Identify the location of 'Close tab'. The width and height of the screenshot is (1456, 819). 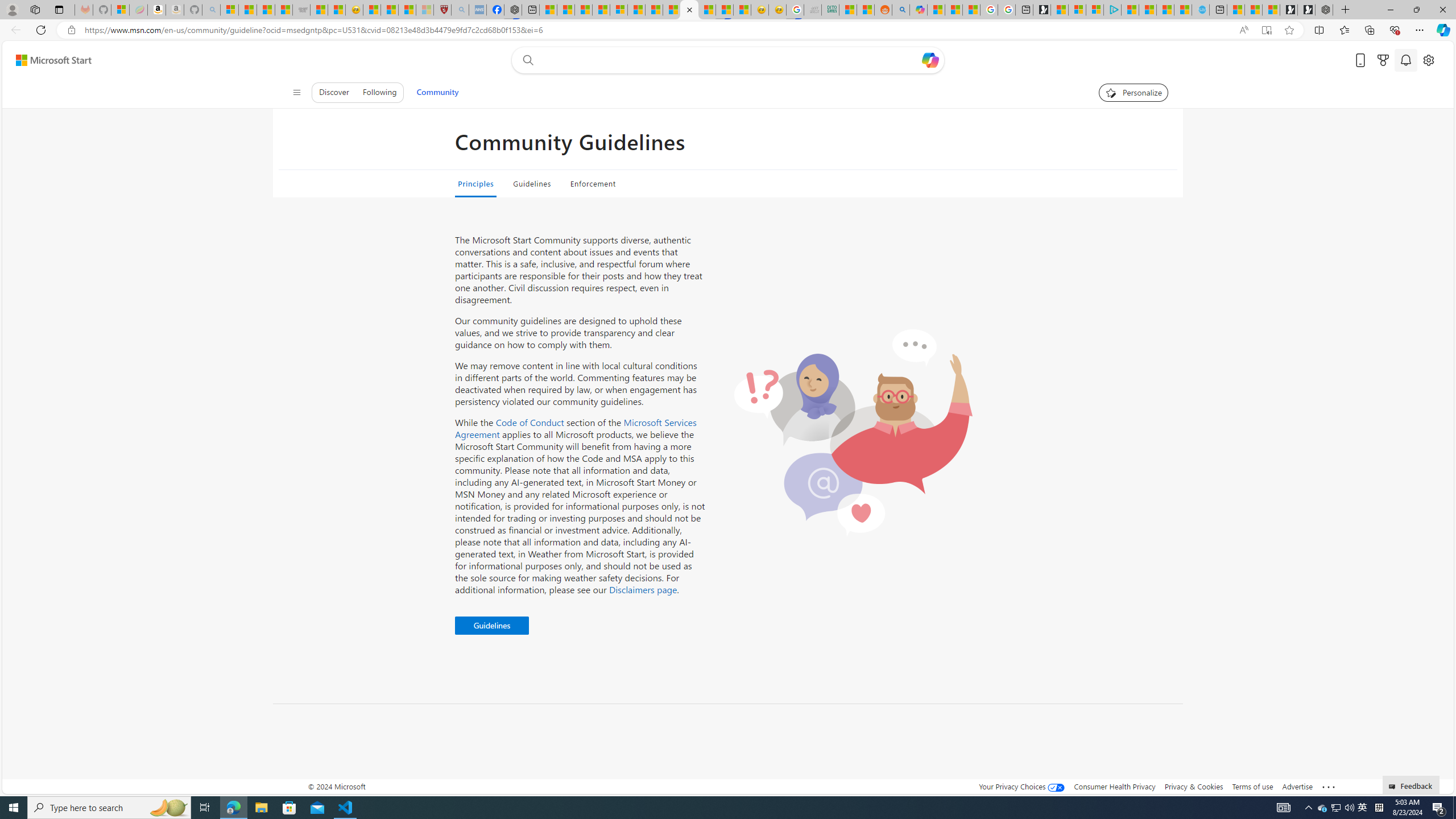
(689, 9).